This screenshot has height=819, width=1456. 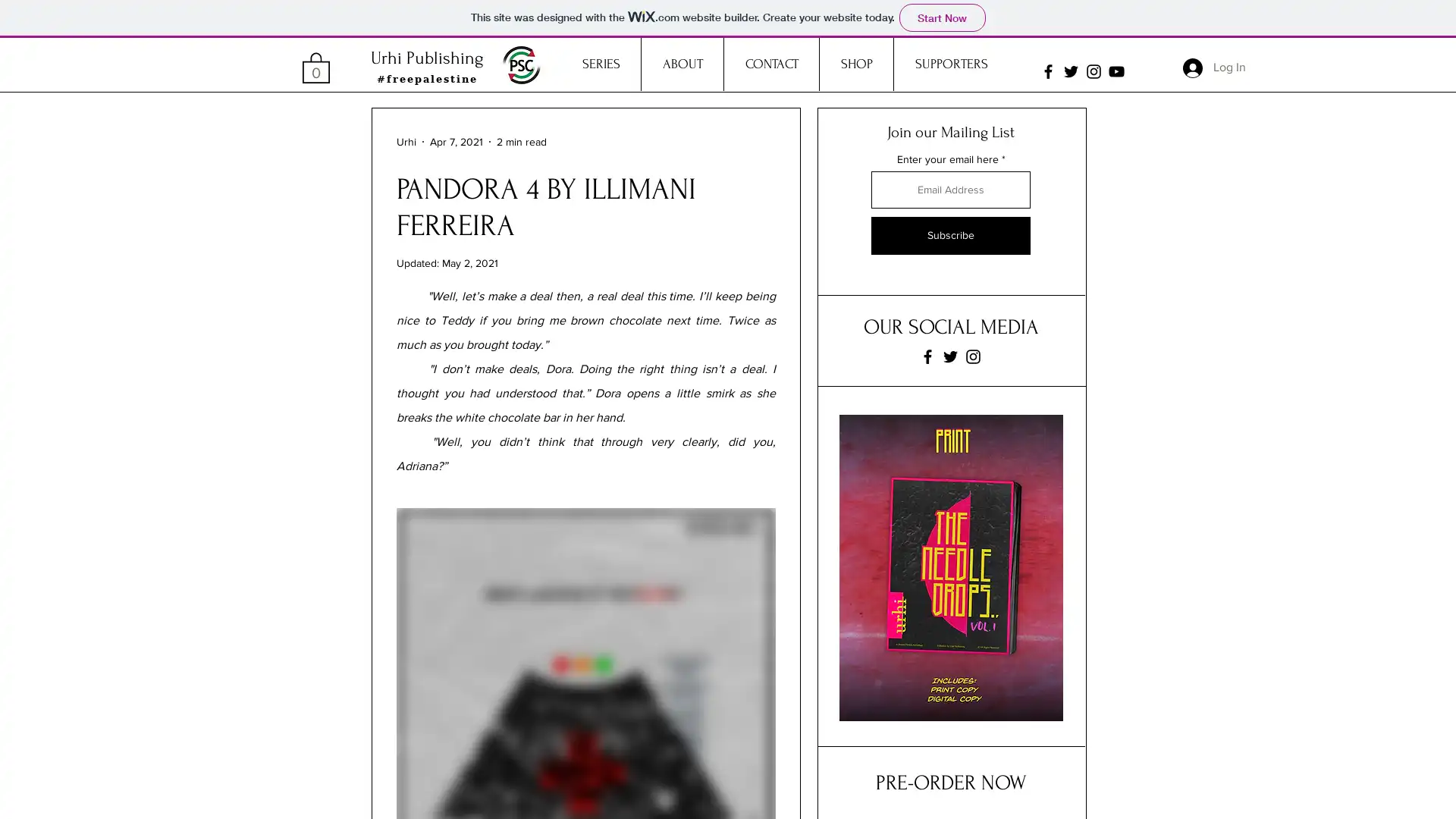 I want to click on Close, so click(x=1437, y=794).